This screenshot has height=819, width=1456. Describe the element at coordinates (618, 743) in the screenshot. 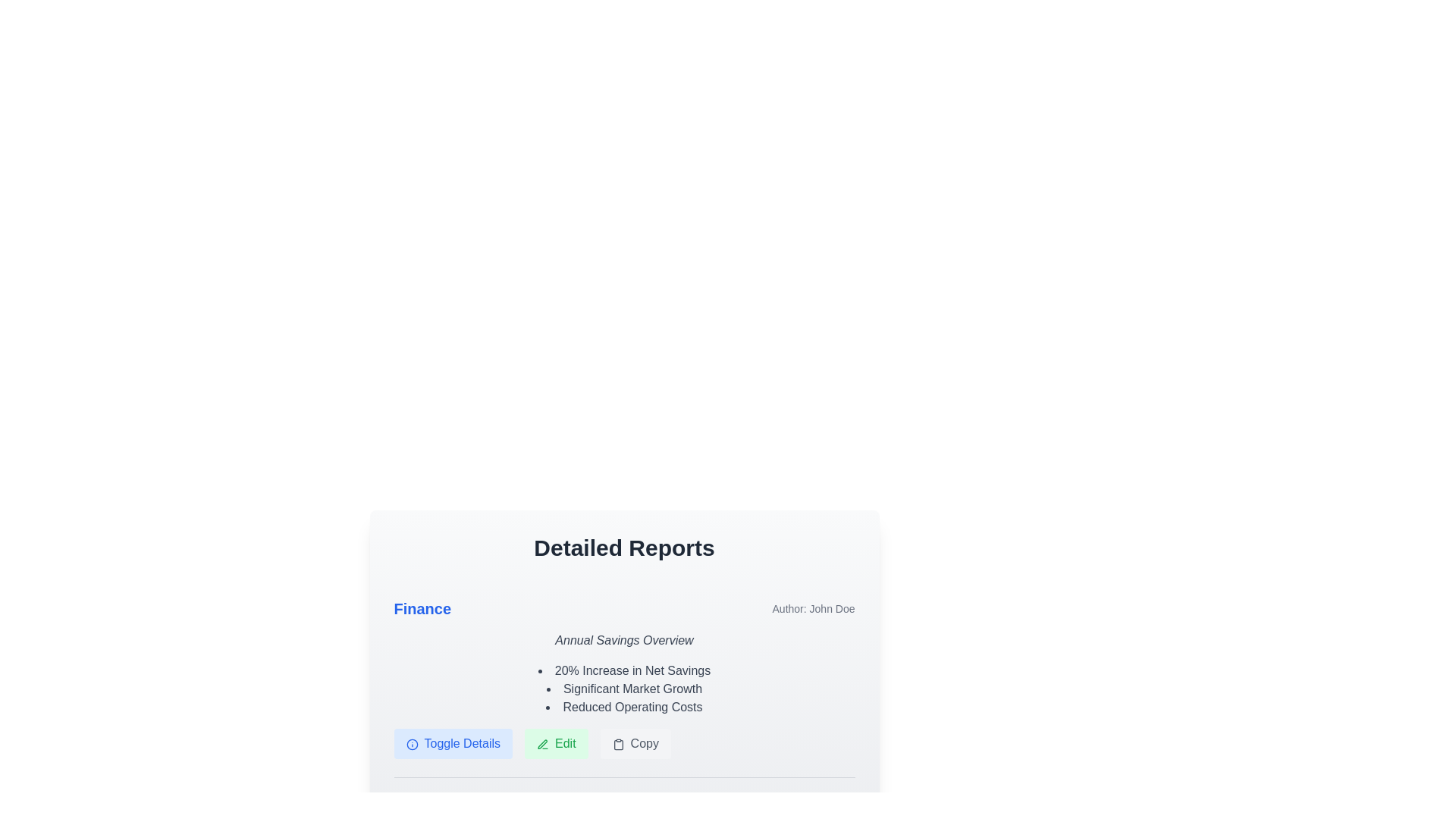

I see `the clipboard icon which is part of the 'Copy' button located at the bottom right of the detailed reports section, adjacent to the text 'Copy'` at that location.